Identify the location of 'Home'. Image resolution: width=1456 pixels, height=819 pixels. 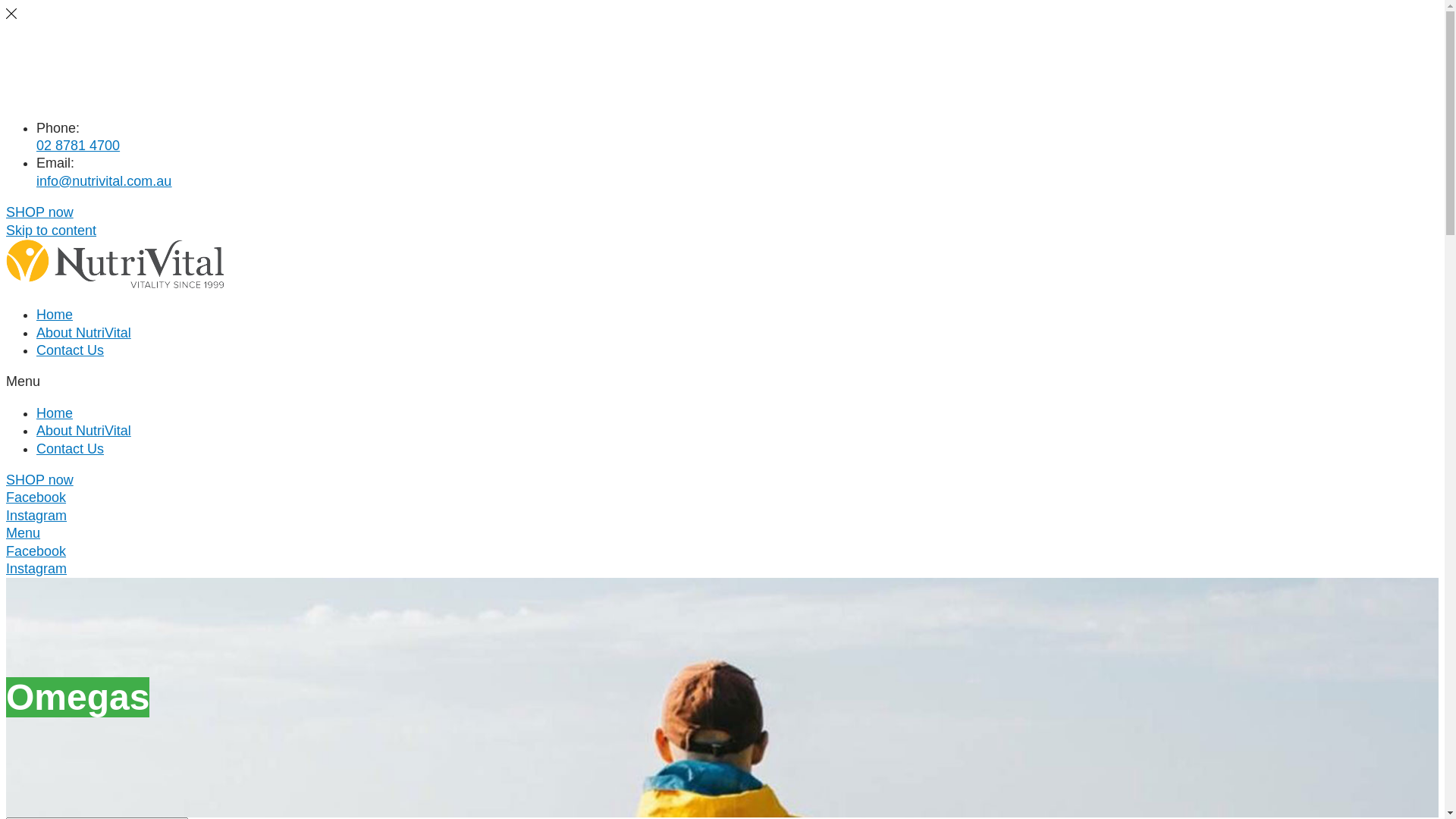
(36, 314).